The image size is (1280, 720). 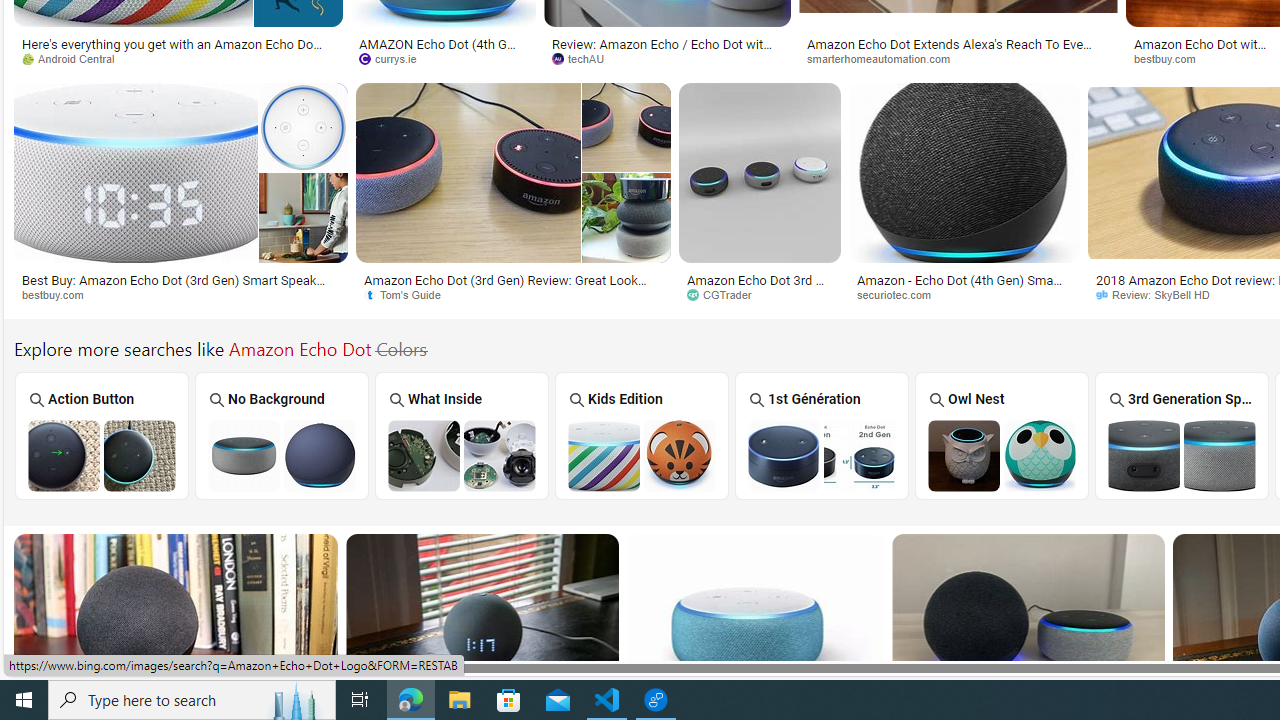 I want to click on 'Amazon Echo Dot Owl and Nest', so click(x=1002, y=455).